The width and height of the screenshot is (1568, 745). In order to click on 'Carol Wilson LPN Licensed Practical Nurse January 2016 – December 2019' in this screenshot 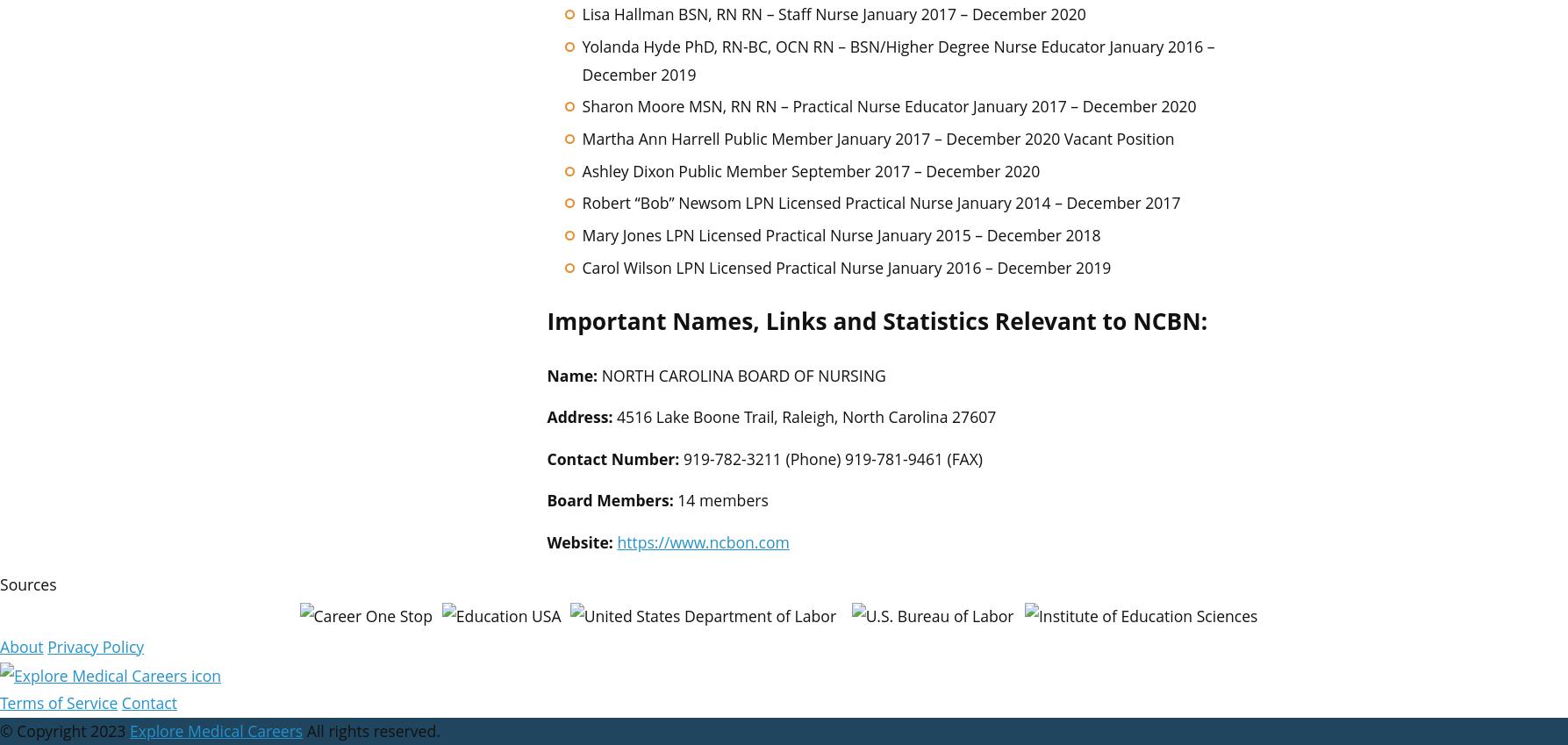, I will do `click(580, 266)`.